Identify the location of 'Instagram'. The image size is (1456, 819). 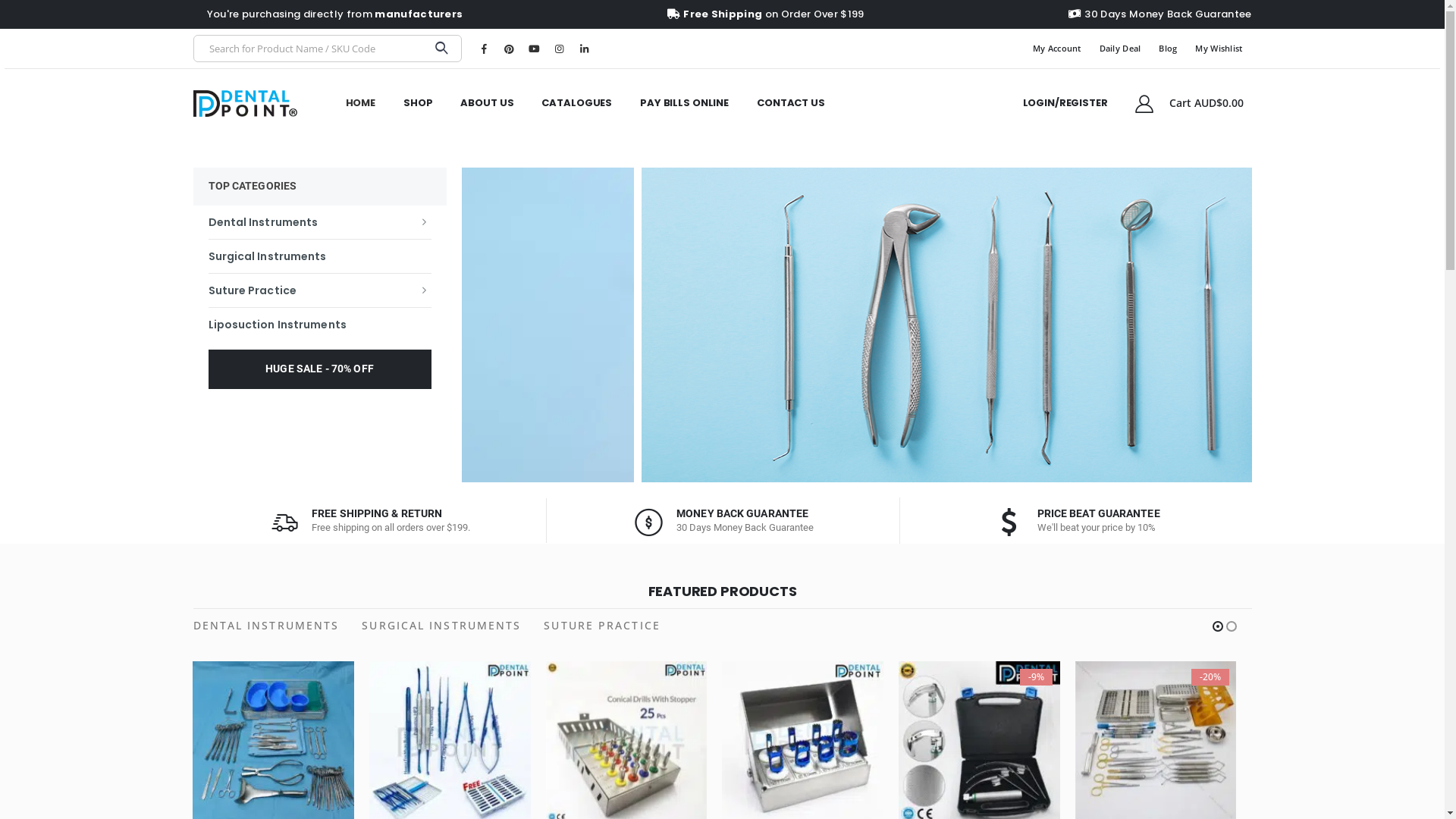
(548, 48).